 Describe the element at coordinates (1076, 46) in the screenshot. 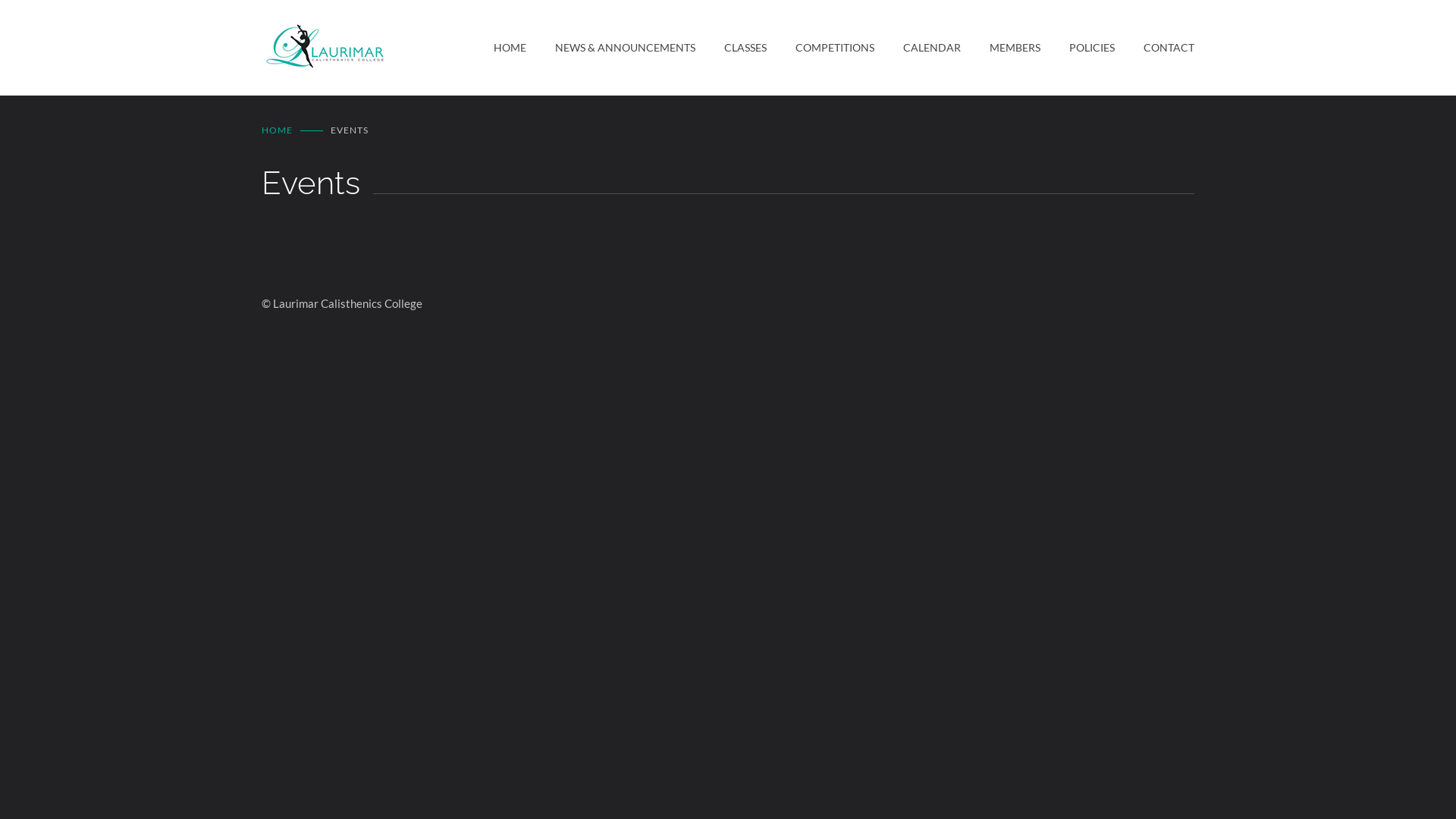

I see `'POLICIES'` at that location.